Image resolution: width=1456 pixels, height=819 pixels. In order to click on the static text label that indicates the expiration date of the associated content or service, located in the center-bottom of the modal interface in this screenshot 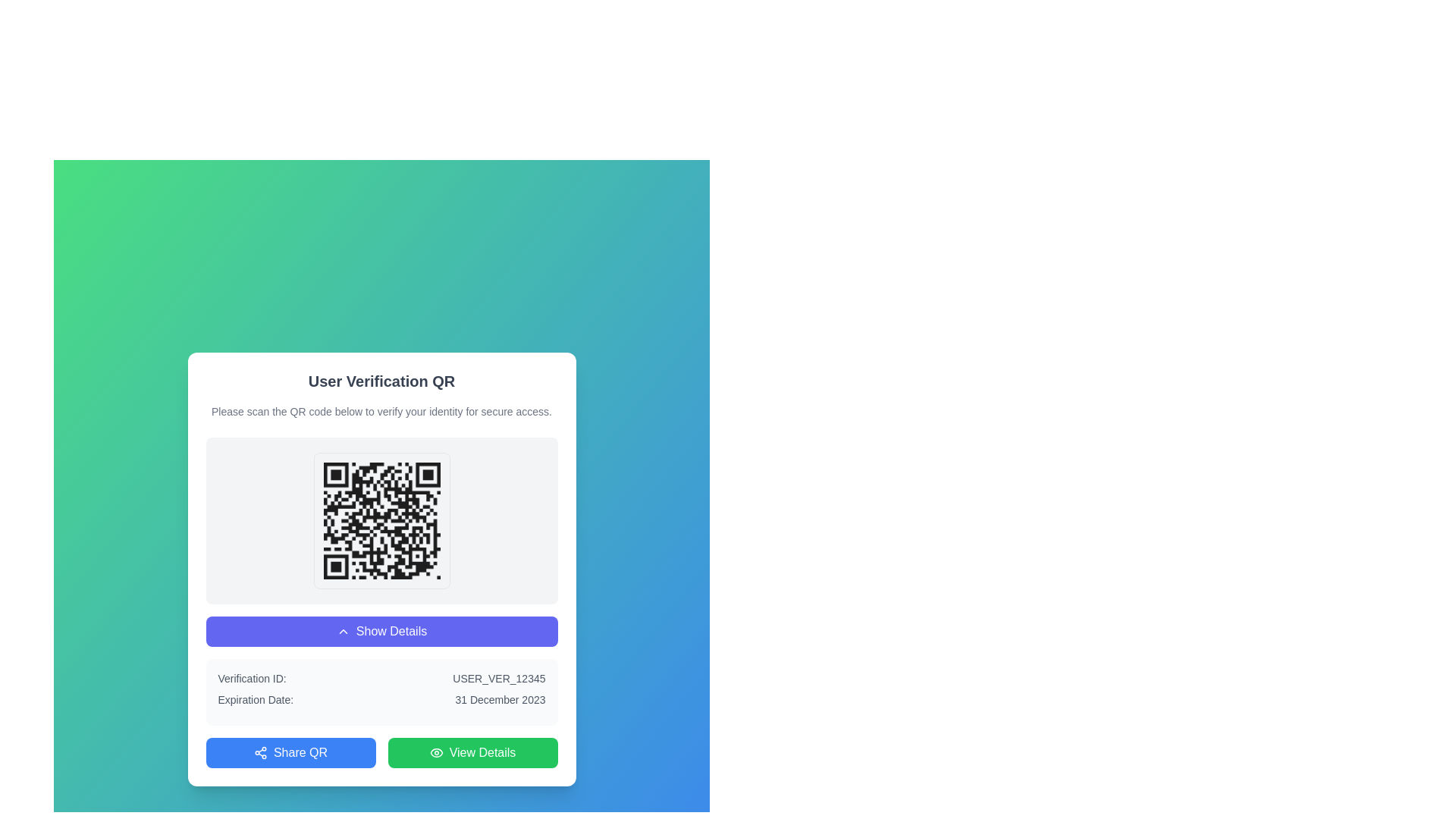, I will do `click(500, 699)`.